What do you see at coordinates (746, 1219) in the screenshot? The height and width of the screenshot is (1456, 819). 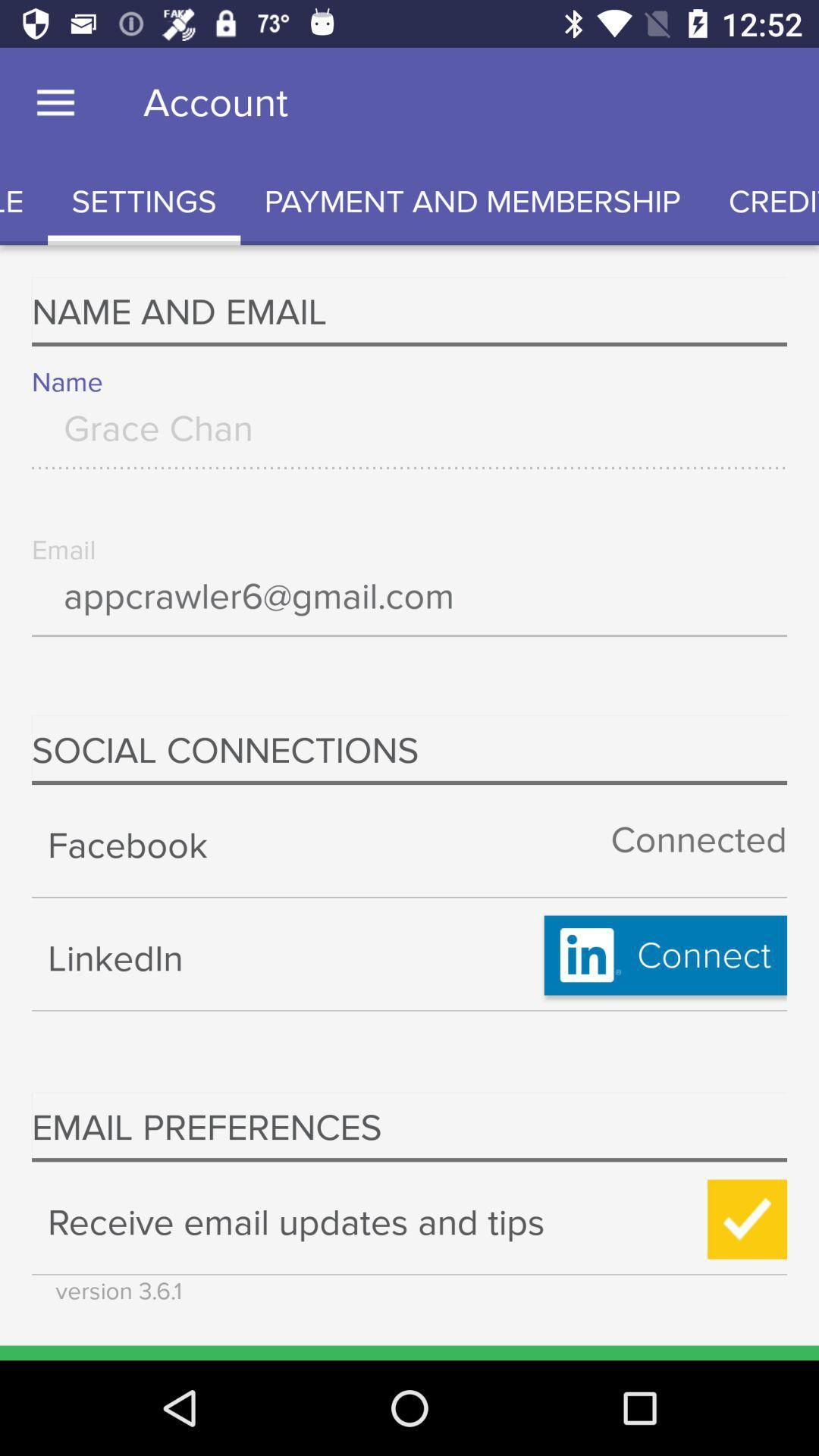 I see `to receive updates` at bounding box center [746, 1219].